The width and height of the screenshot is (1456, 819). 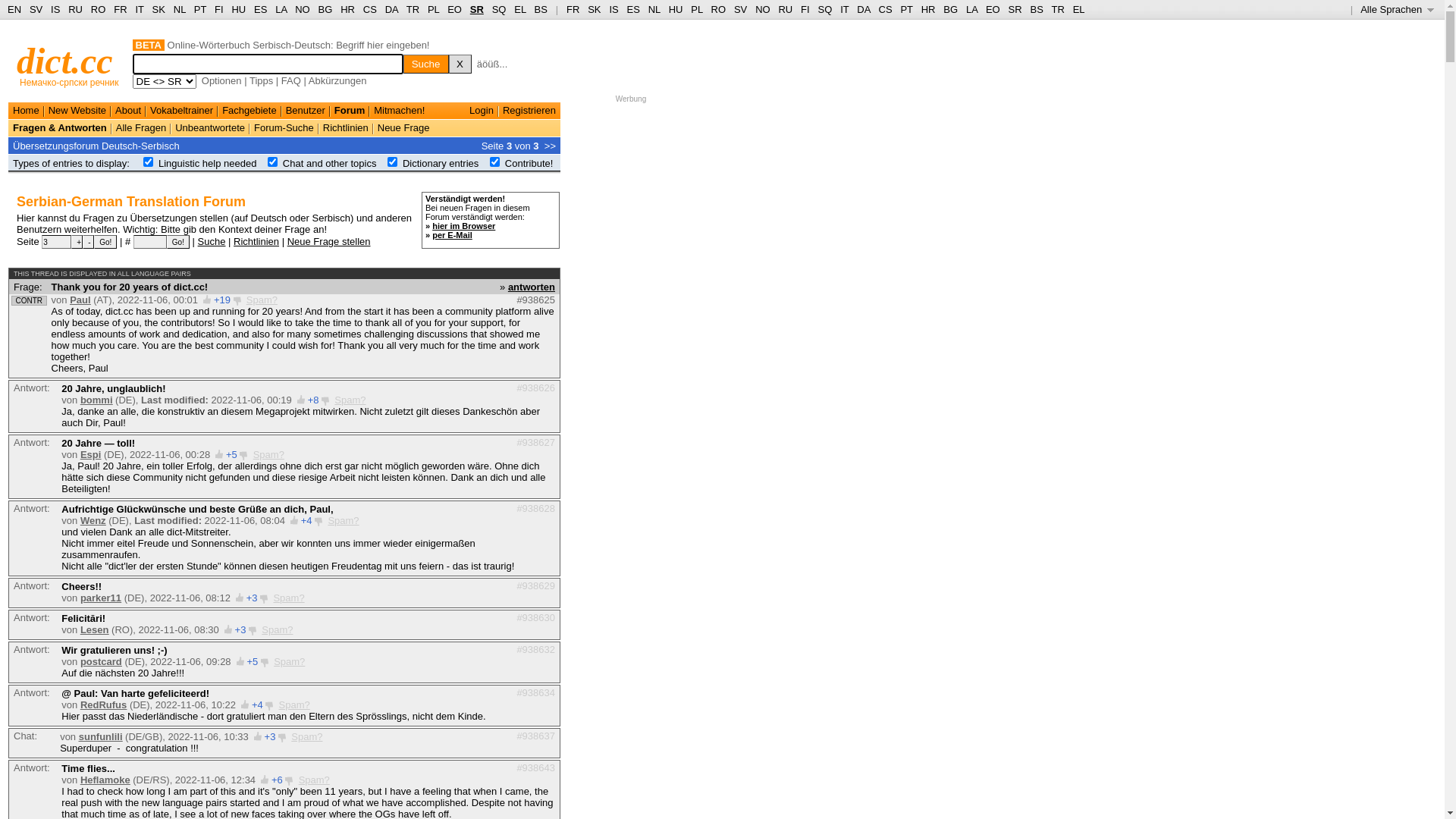 What do you see at coordinates (209, 127) in the screenshot?
I see `'Unbeantwortete'` at bounding box center [209, 127].